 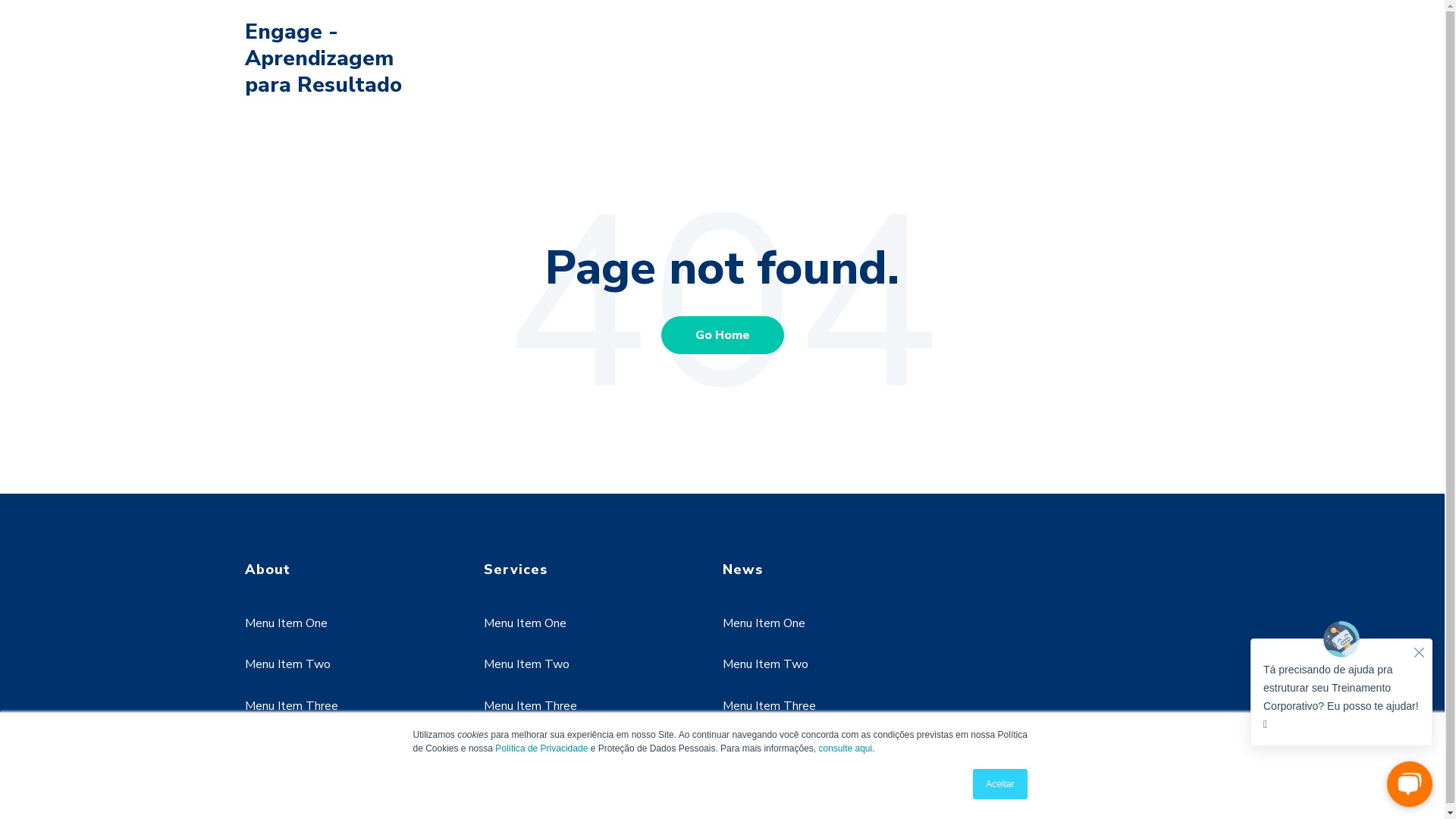 I want to click on 'Menu Item Three', so click(x=530, y=705).